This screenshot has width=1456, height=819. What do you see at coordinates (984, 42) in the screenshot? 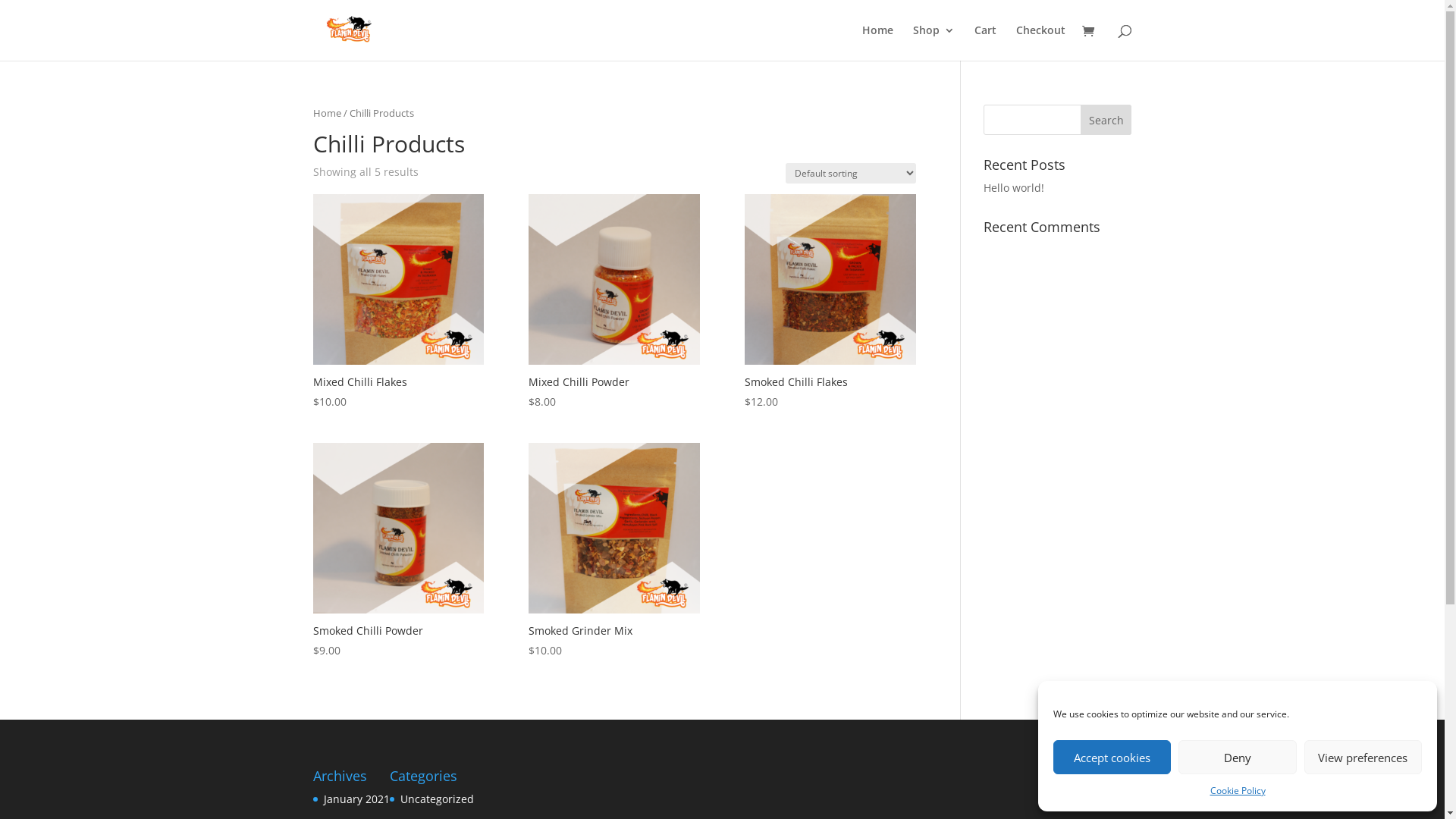
I see `'Cart'` at bounding box center [984, 42].